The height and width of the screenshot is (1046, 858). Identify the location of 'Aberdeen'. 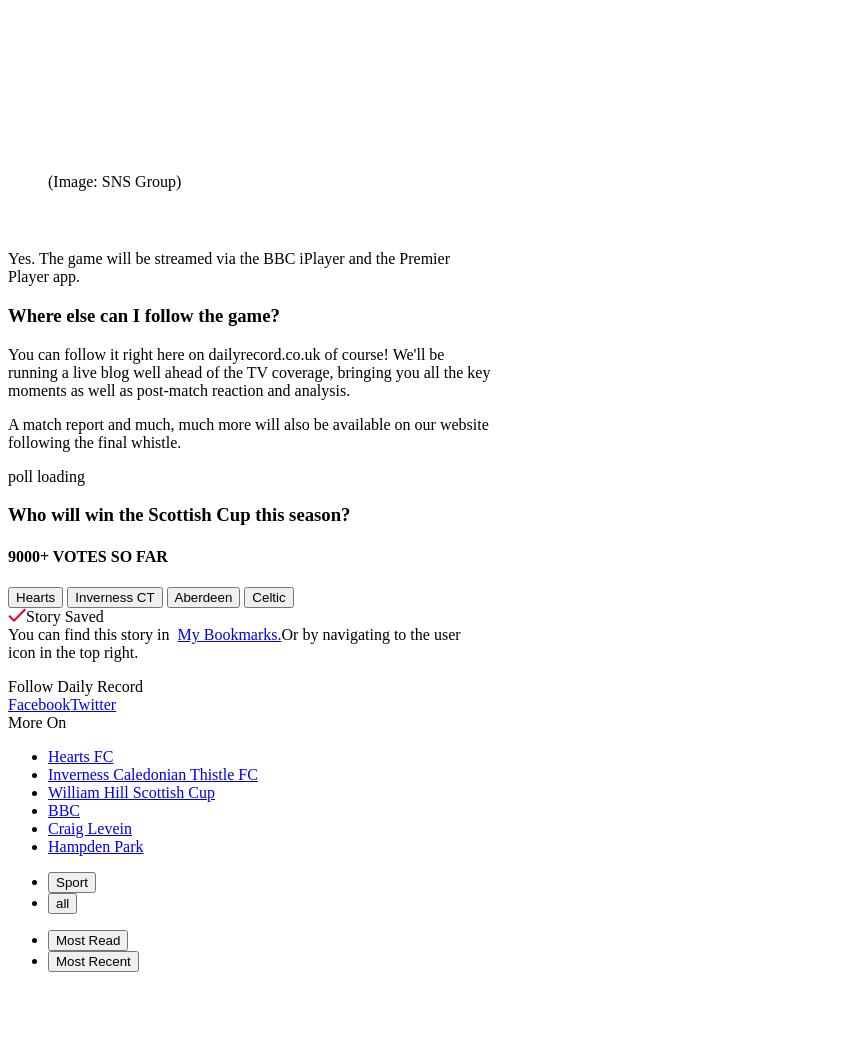
(203, 596).